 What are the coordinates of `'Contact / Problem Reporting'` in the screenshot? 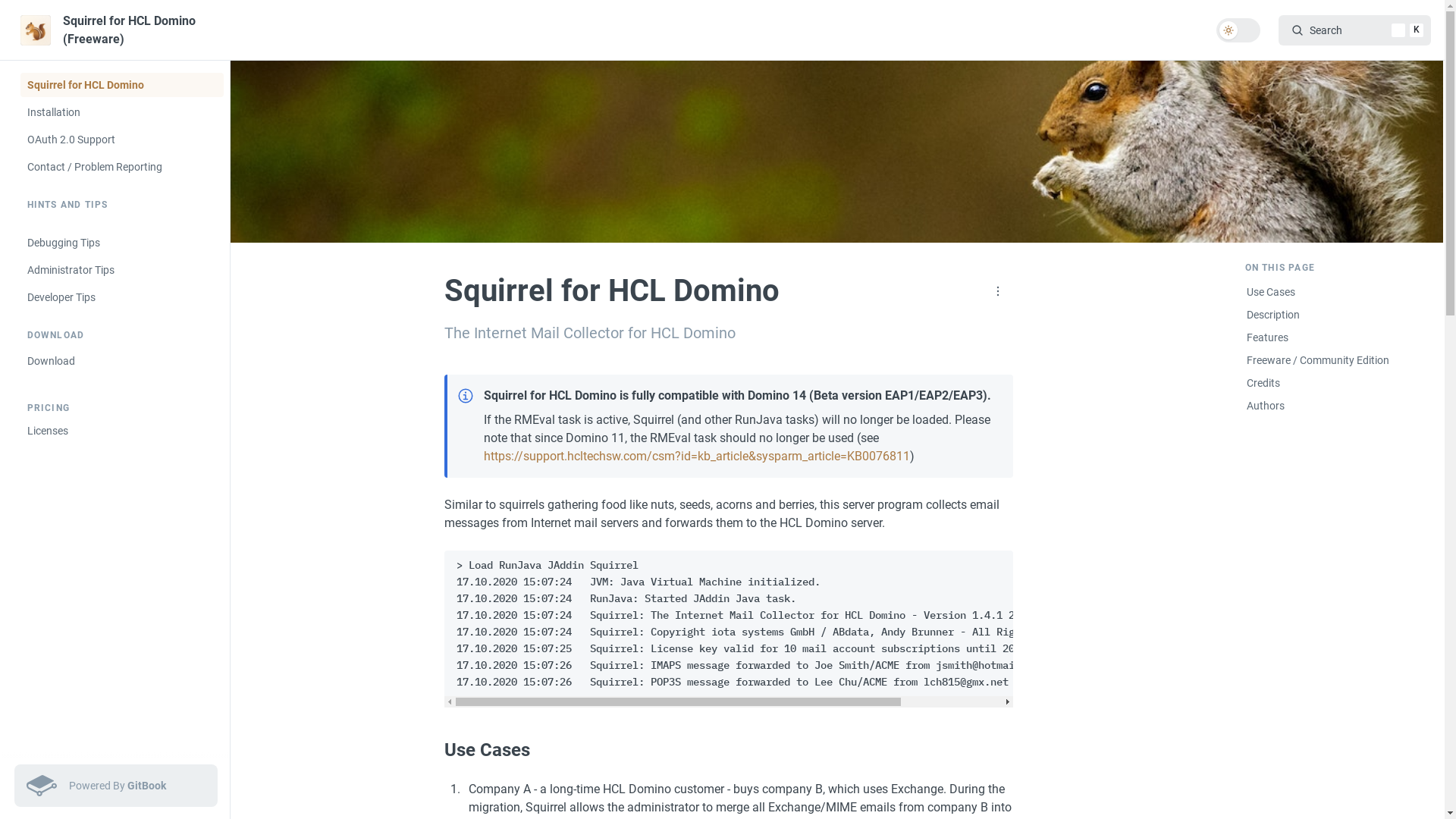 It's located at (19, 166).